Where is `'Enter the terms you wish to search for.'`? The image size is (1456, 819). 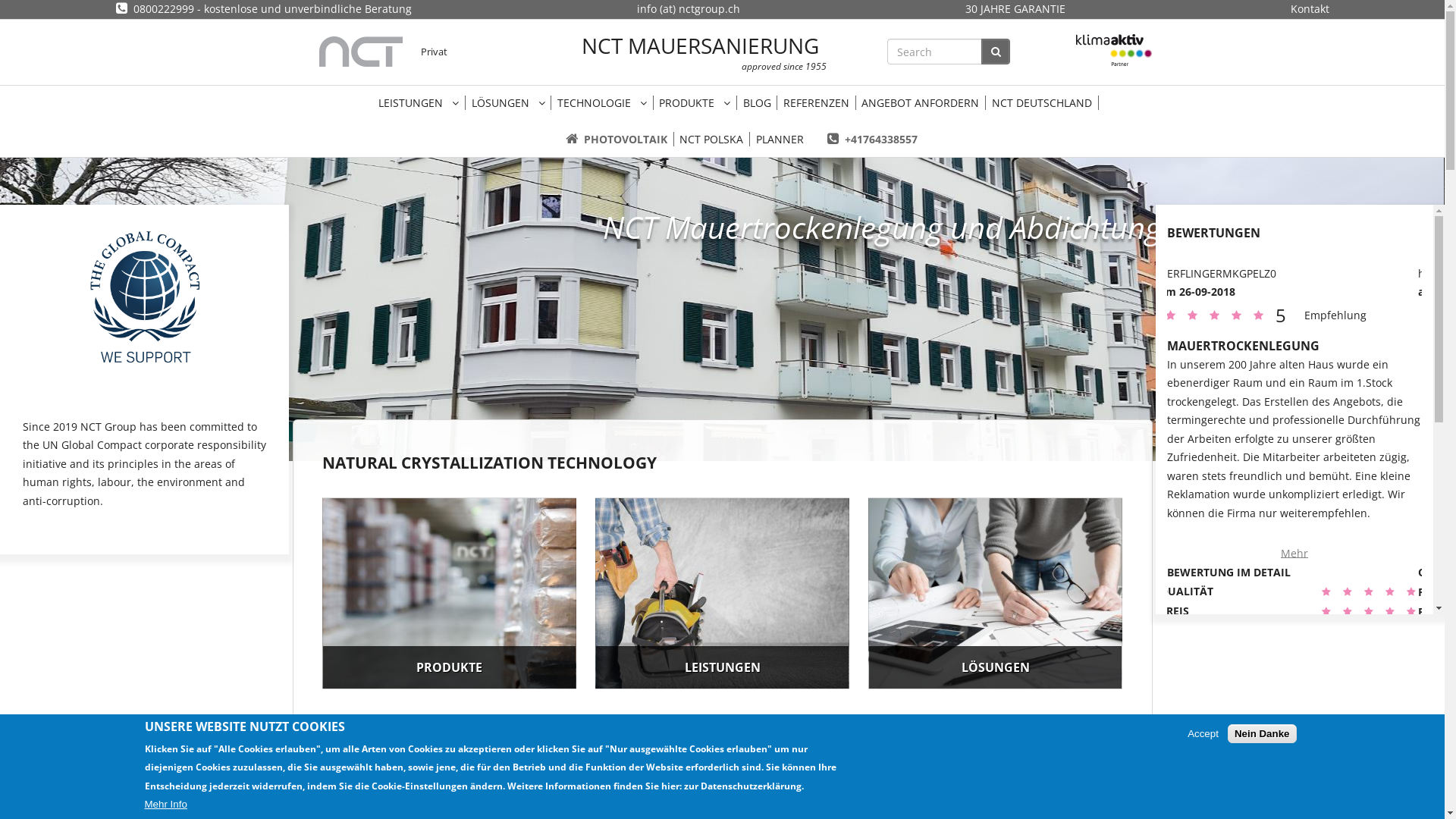 'Enter the terms you wish to search for.' is located at coordinates (934, 51).